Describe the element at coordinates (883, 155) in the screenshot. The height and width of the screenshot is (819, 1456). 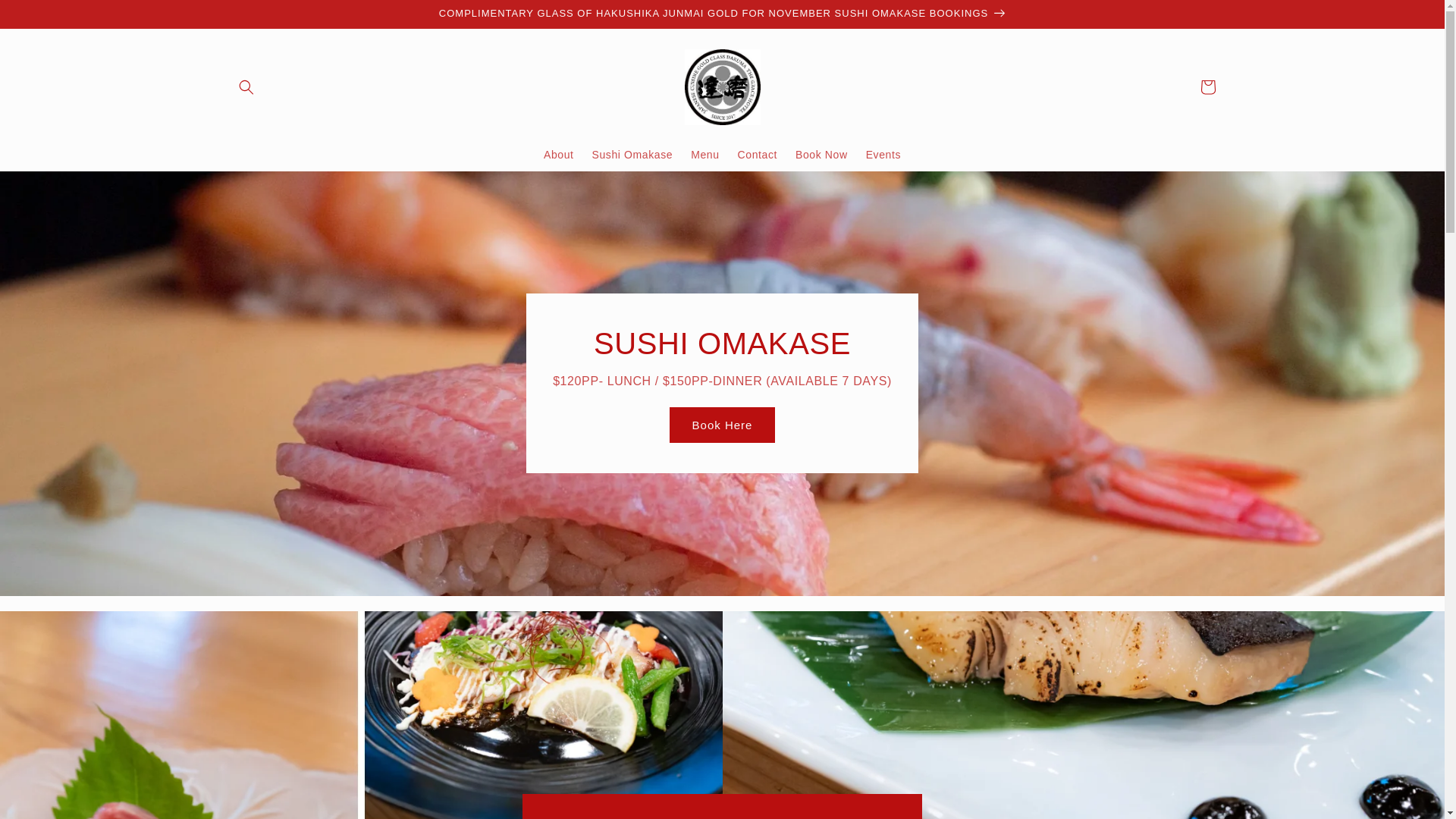
I see `'Events'` at that location.